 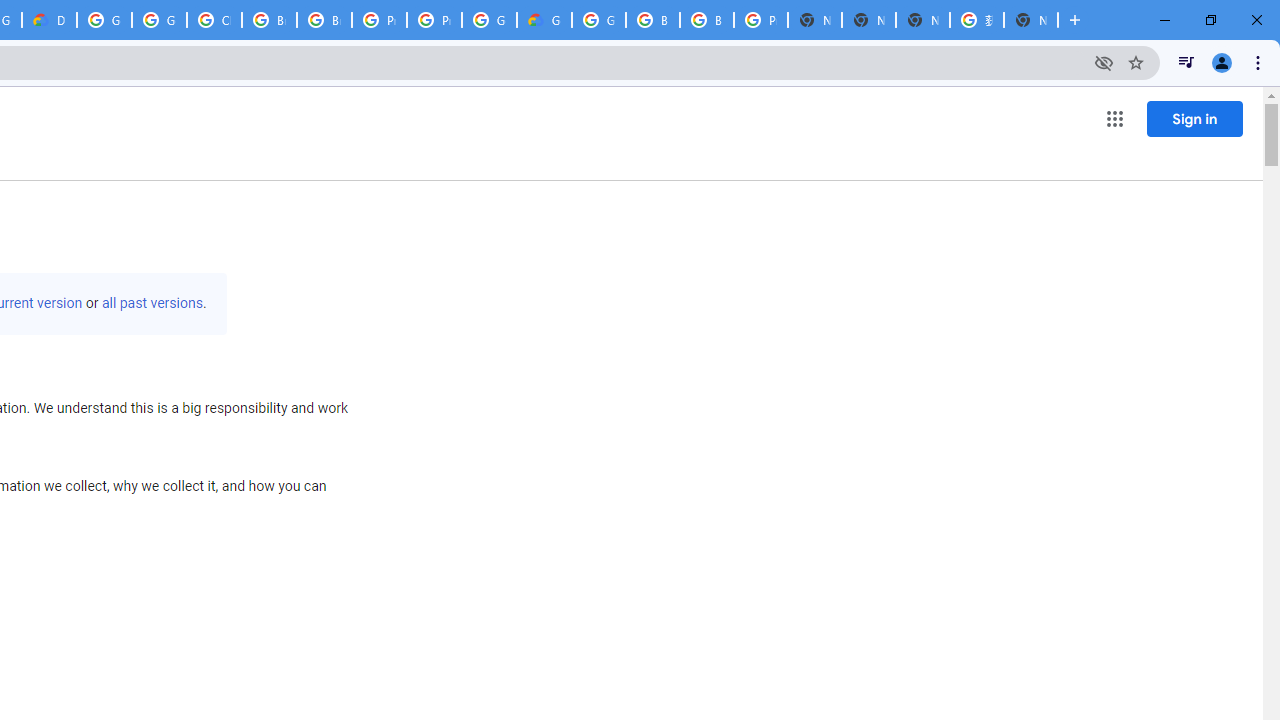 I want to click on 'New Tab', so click(x=1031, y=20).